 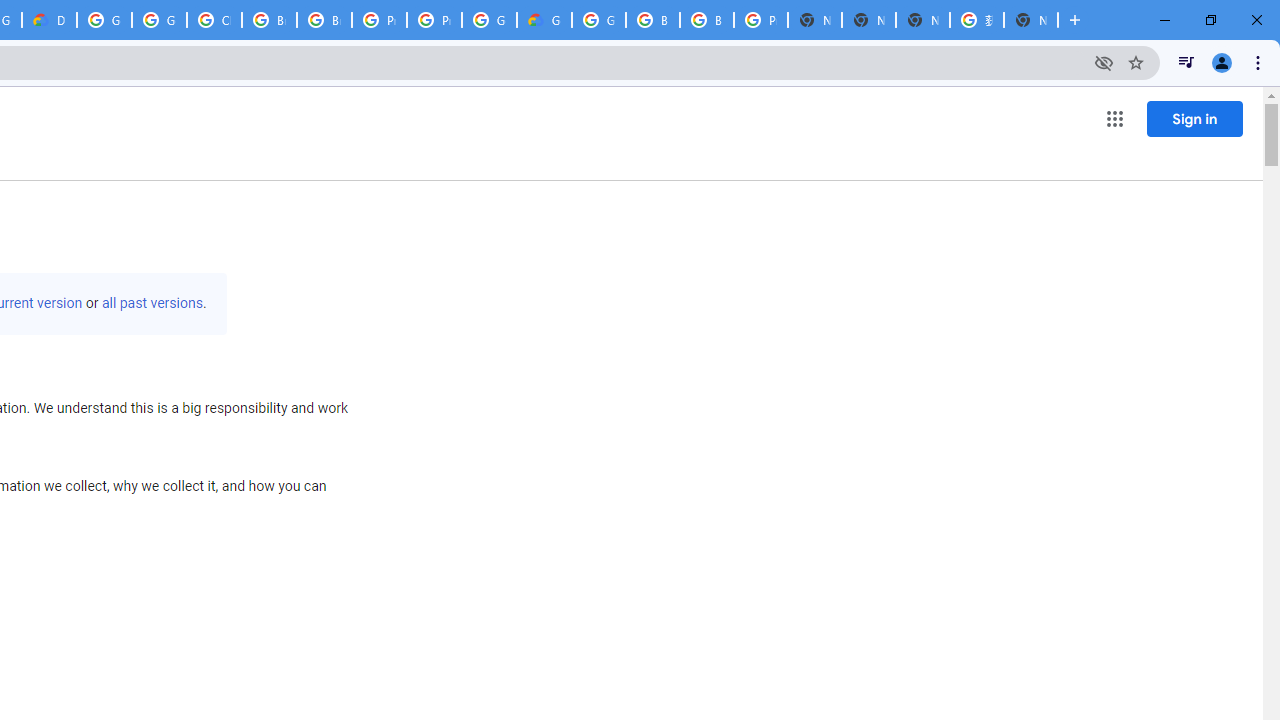 I want to click on 'New Tab', so click(x=1031, y=20).